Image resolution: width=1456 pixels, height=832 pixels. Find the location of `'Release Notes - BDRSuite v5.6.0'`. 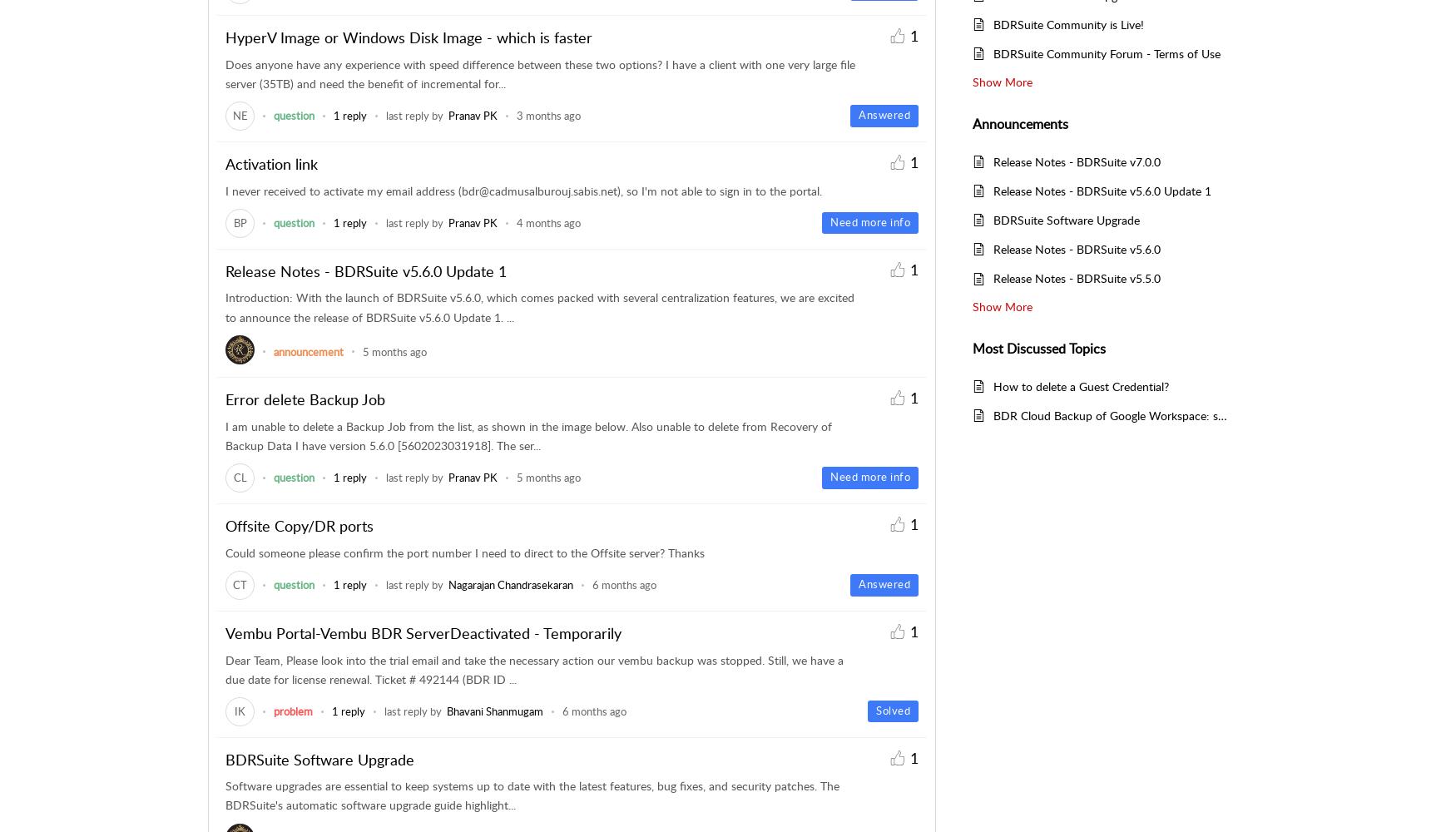

'Release Notes - BDRSuite v5.6.0' is located at coordinates (1076, 249).